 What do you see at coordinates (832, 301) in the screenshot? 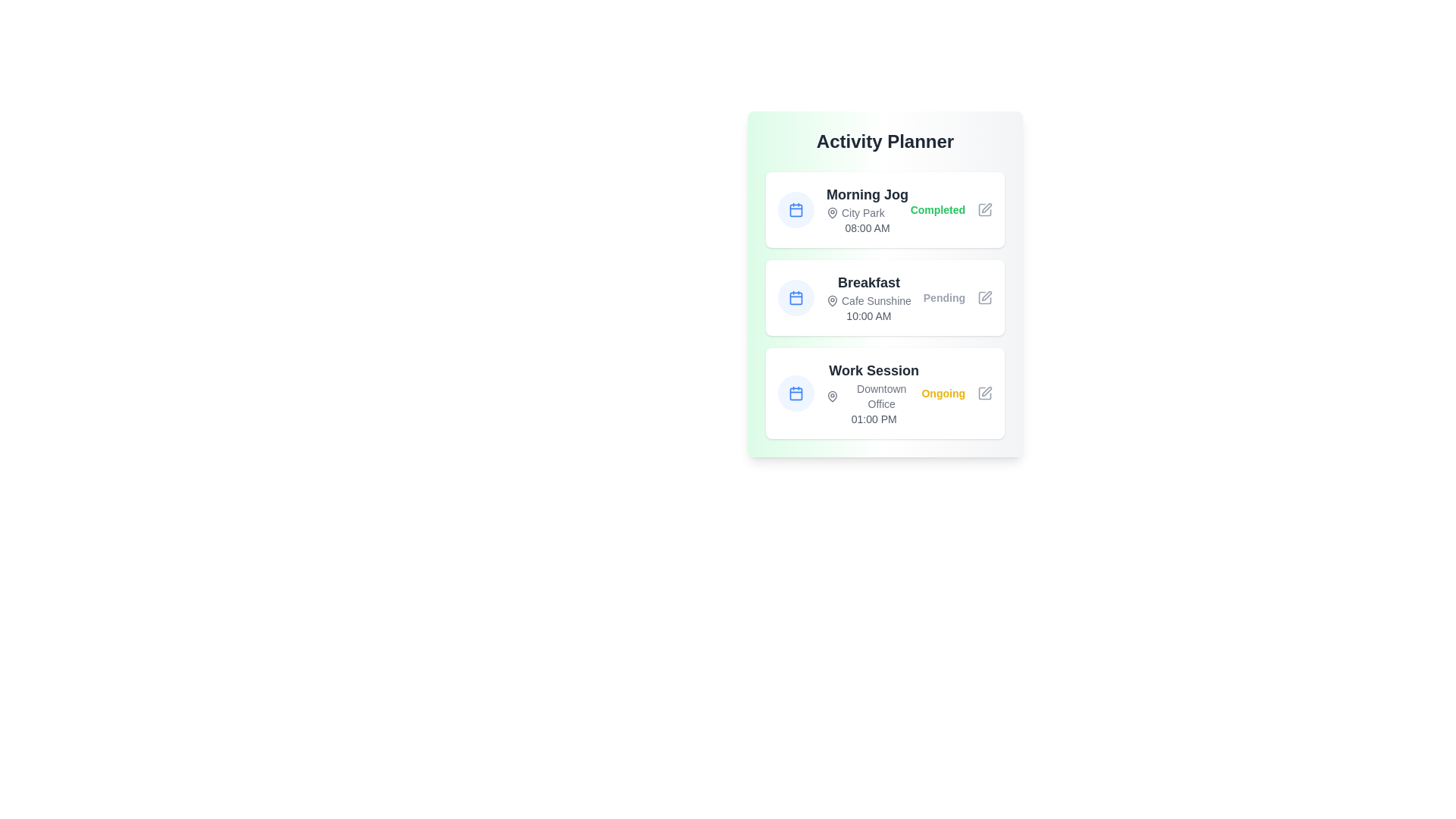
I see `the location indicator icon for 'Cafe Sunshine' in the second card of the 'Activity Planner' interface` at bounding box center [832, 301].